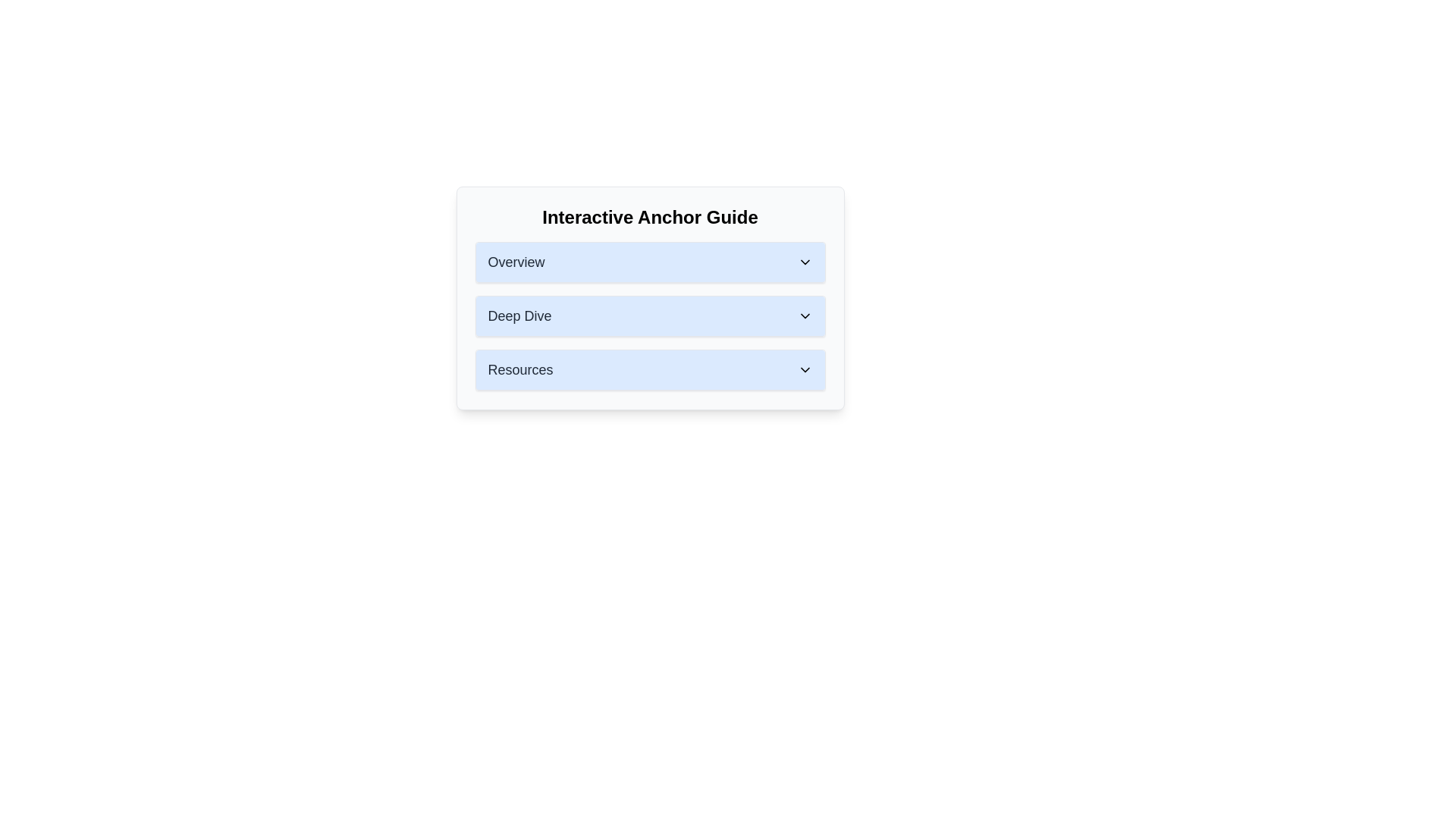 The width and height of the screenshot is (1456, 819). What do you see at coordinates (804, 262) in the screenshot?
I see `the downward pointing chevron icon located at the far right side of the 'Overview' section` at bounding box center [804, 262].